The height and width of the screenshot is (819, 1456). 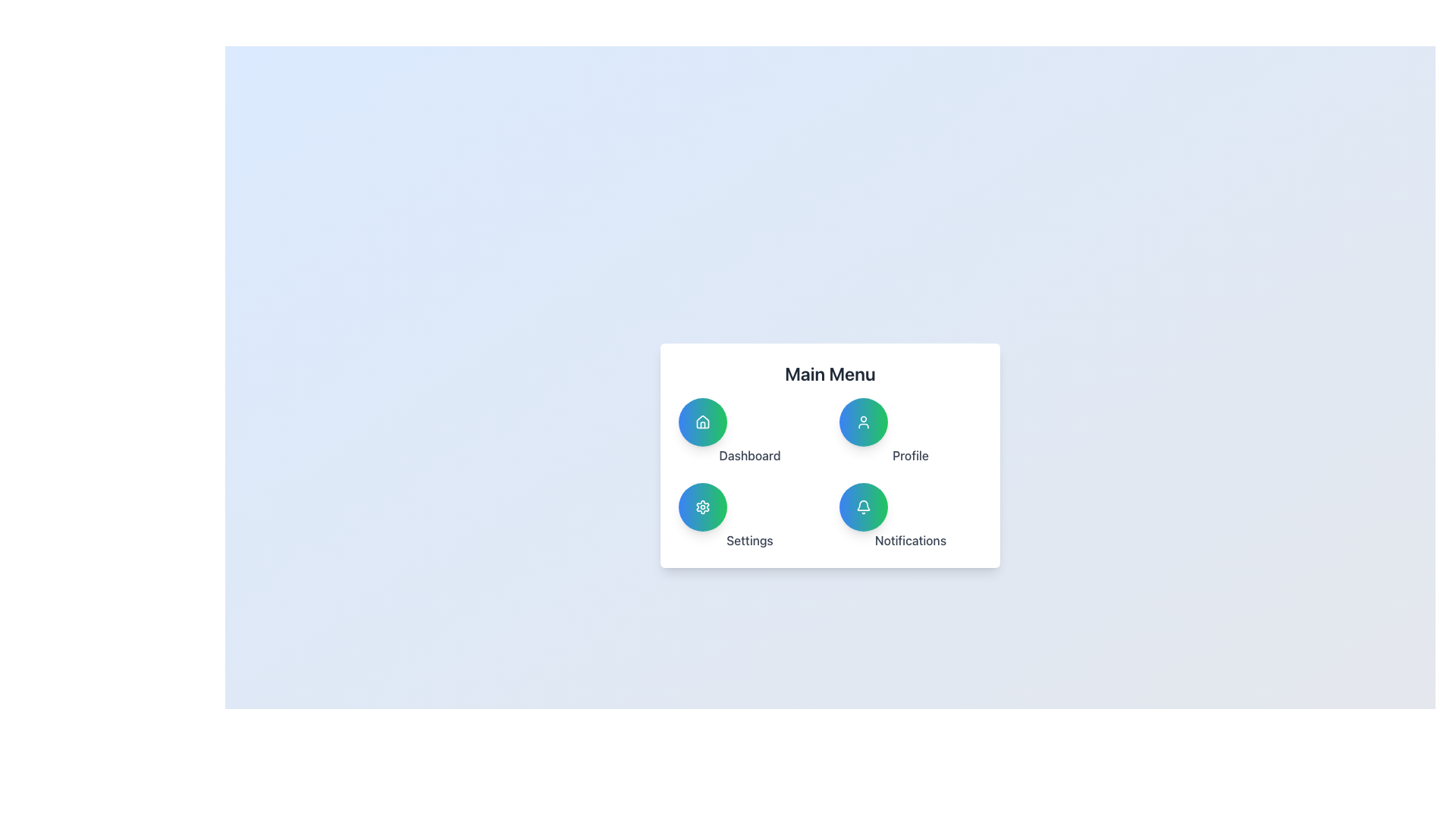 What do you see at coordinates (701, 507) in the screenshot?
I see `the settings button located in the bottom-left of the menu section labeled 'Settings' by moving the cursor to its center point` at bounding box center [701, 507].